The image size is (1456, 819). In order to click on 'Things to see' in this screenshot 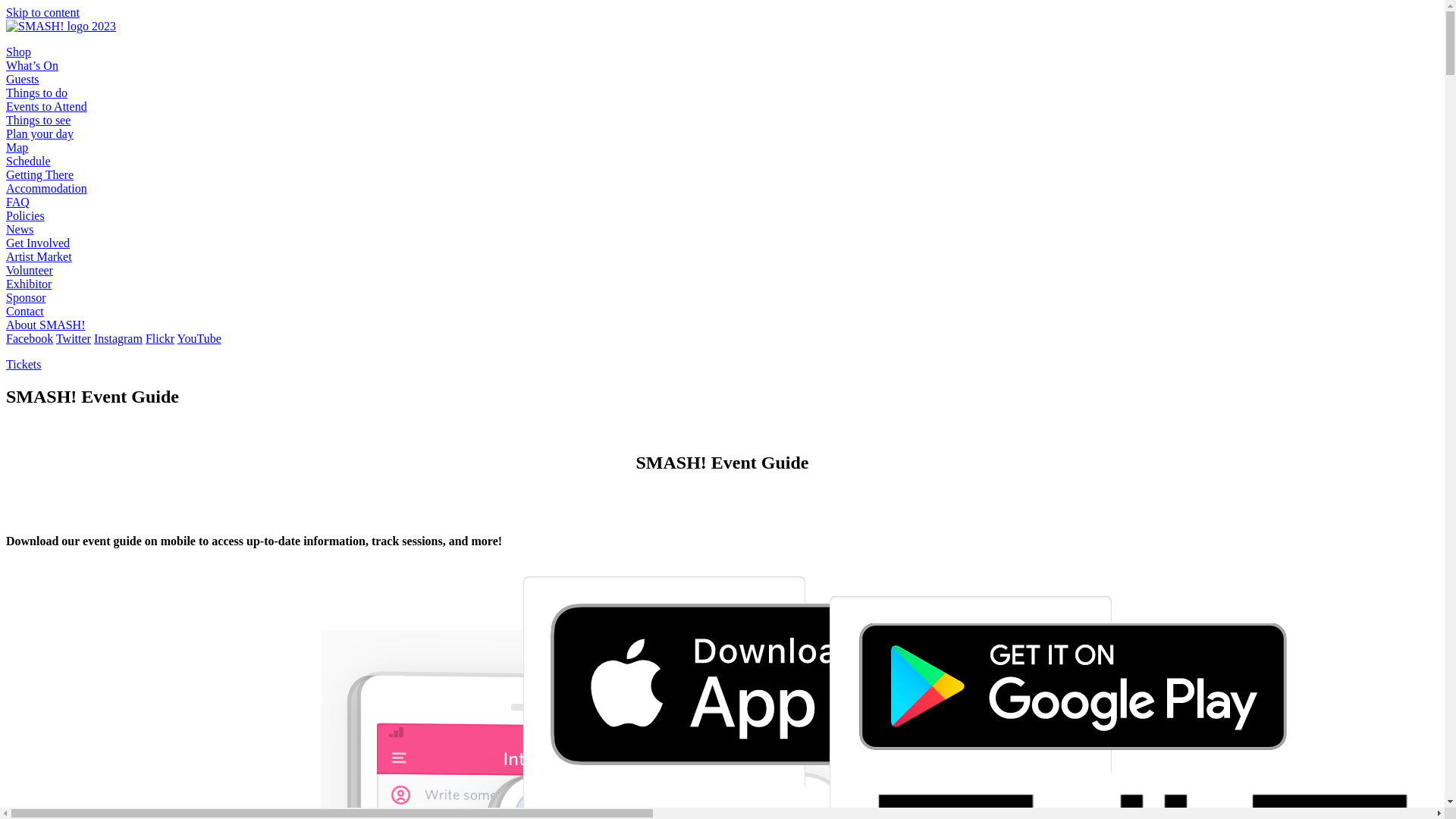, I will do `click(38, 119)`.